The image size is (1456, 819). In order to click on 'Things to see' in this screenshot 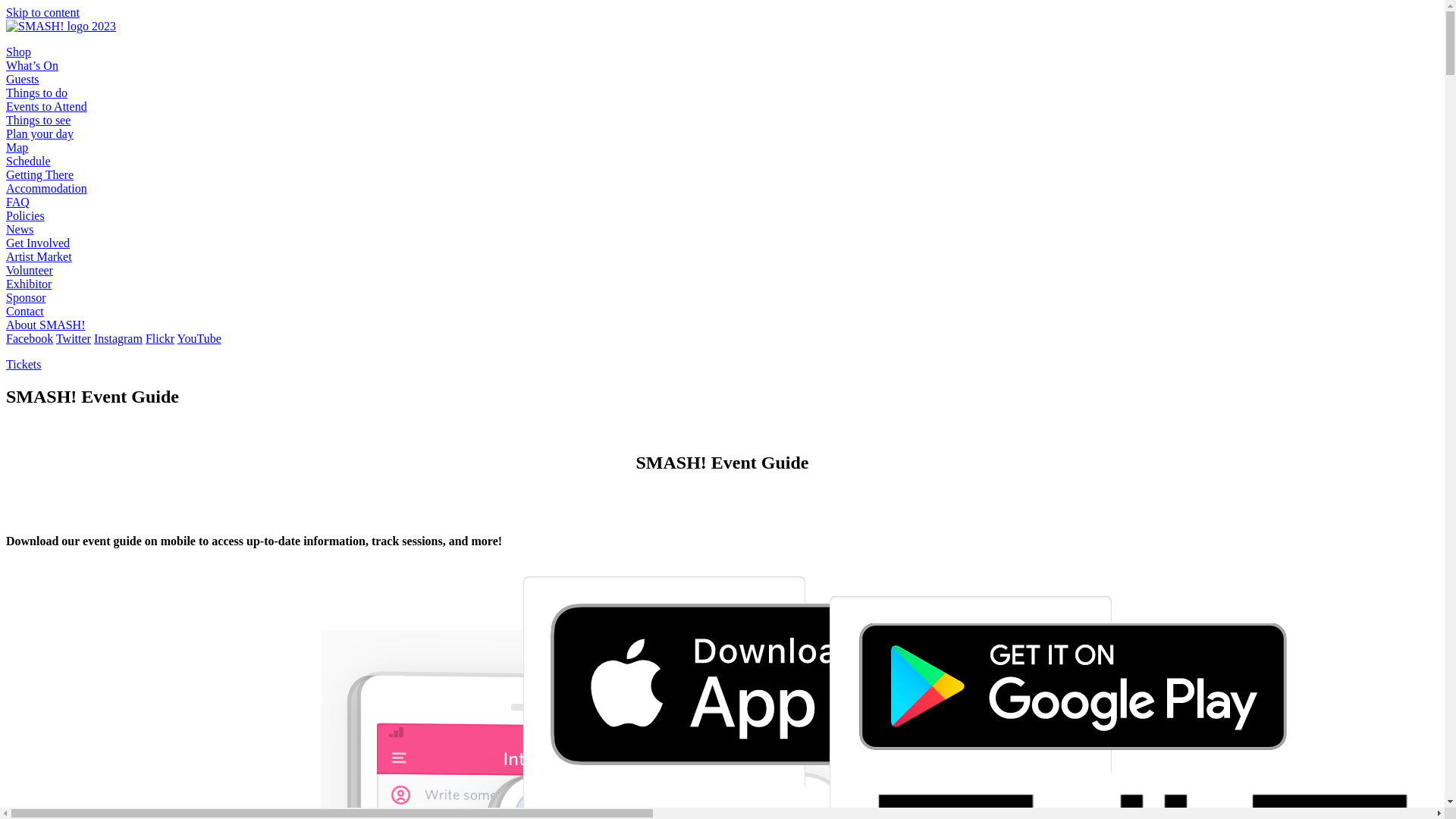, I will do `click(38, 119)`.